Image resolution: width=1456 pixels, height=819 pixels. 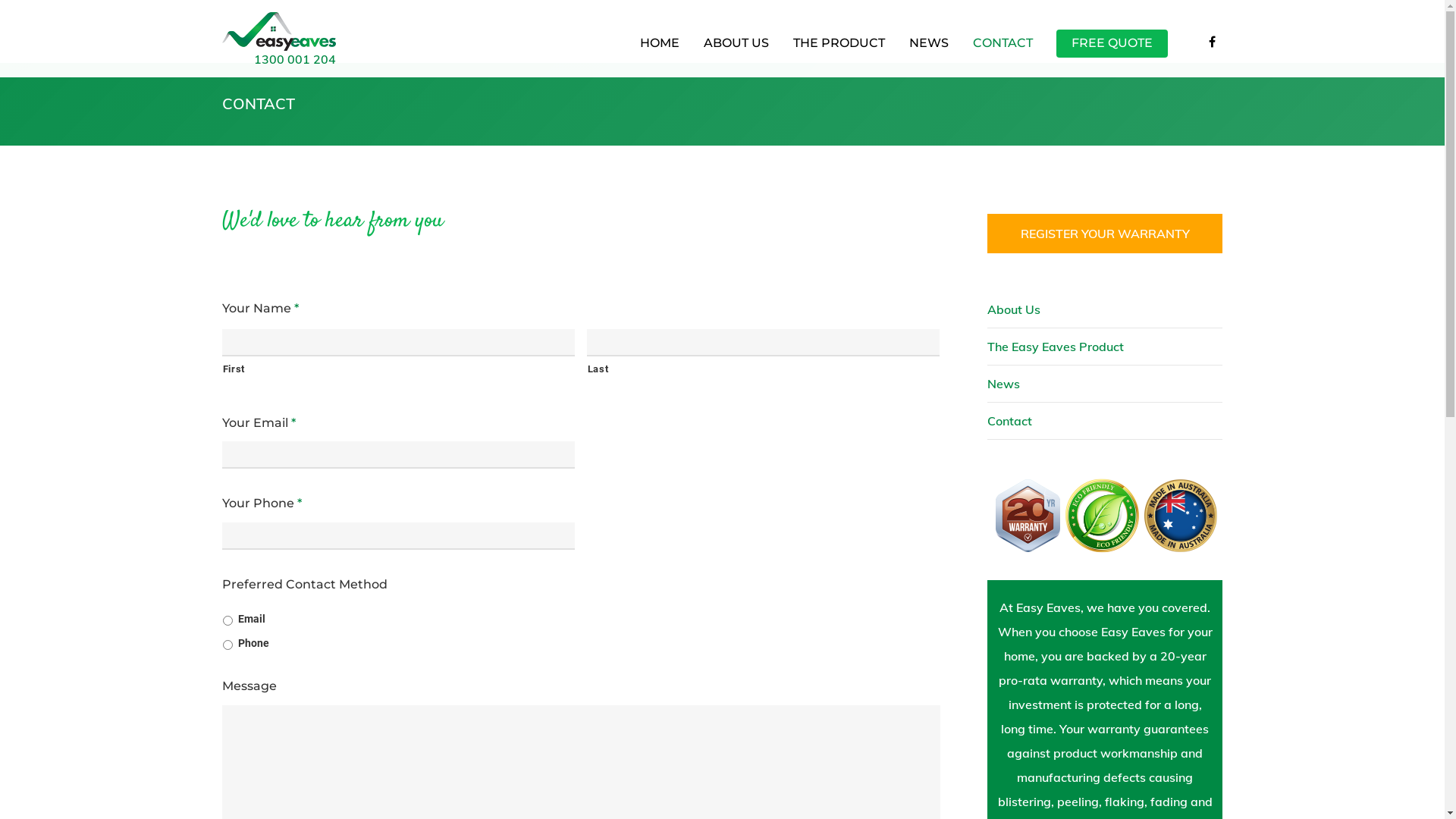 What do you see at coordinates (1111, 49) in the screenshot?
I see `'FREE QUOTE'` at bounding box center [1111, 49].